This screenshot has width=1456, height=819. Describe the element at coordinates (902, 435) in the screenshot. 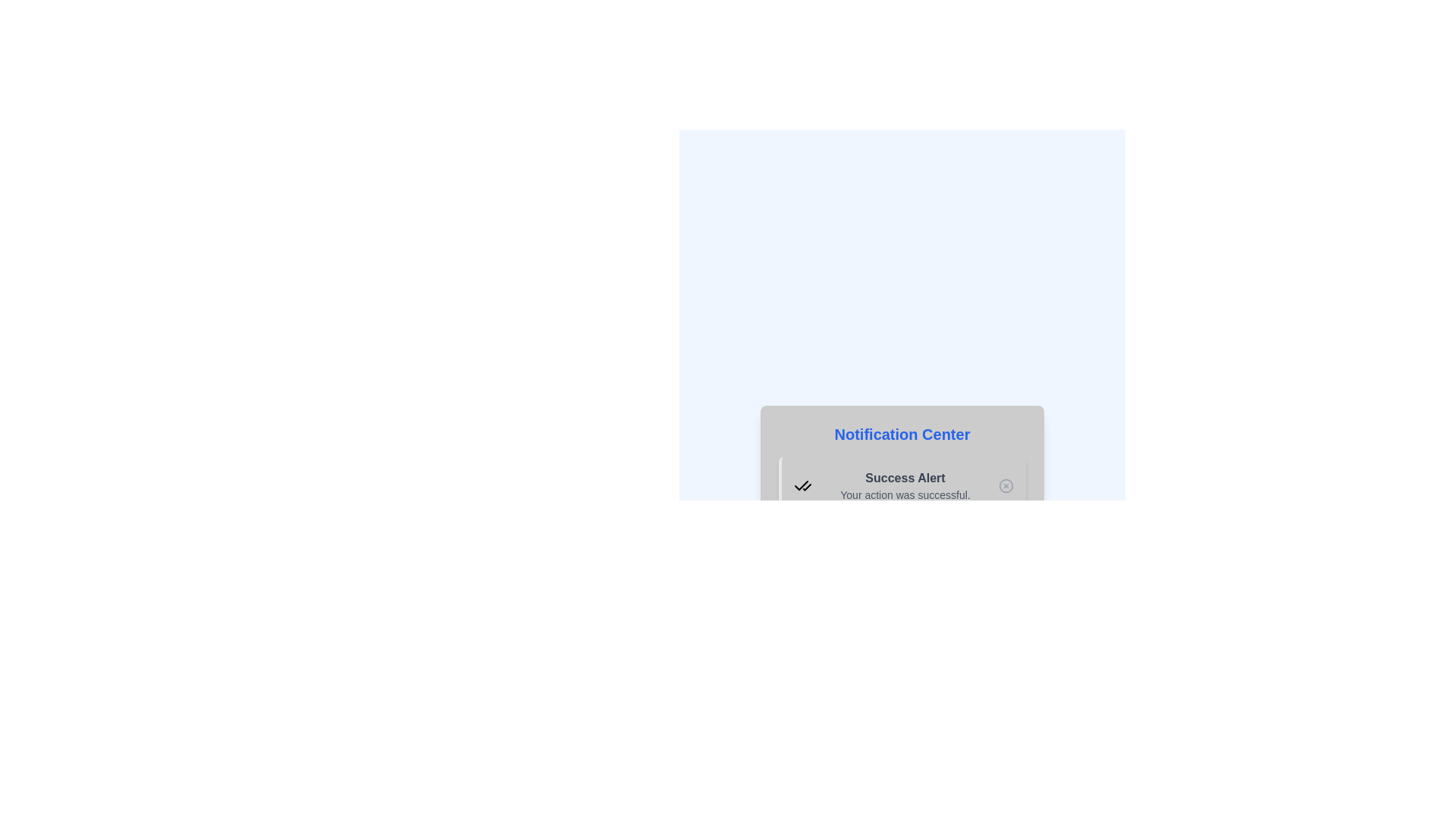

I see `the Text Label that displays the title of the notification panel, located at the top section above other elements like 'Success Alert' messages` at that location.